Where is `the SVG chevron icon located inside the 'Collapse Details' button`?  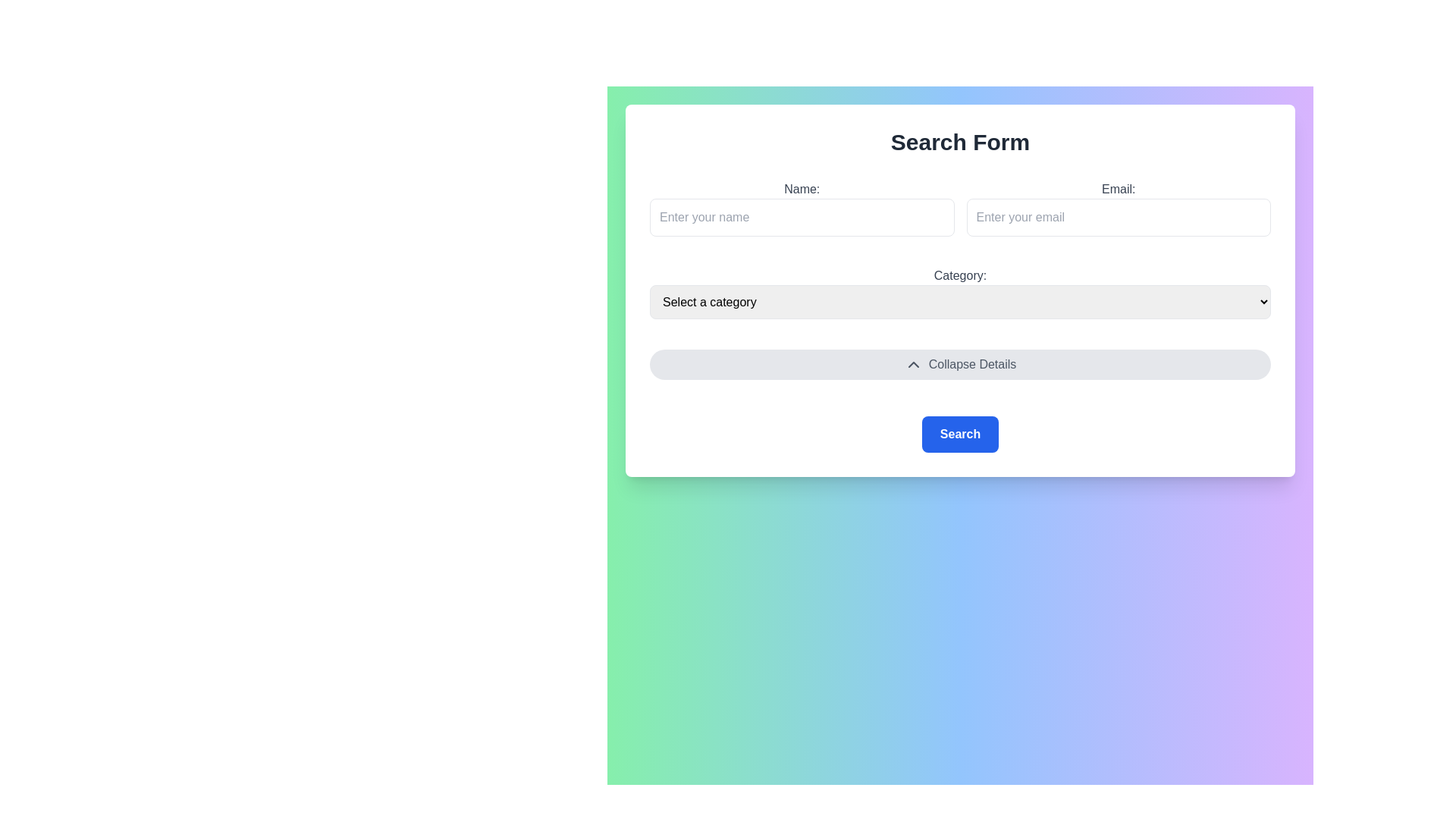
the SVG chevron icon located inside the 'Collapse Details' button is located at coordinates (912, 365).